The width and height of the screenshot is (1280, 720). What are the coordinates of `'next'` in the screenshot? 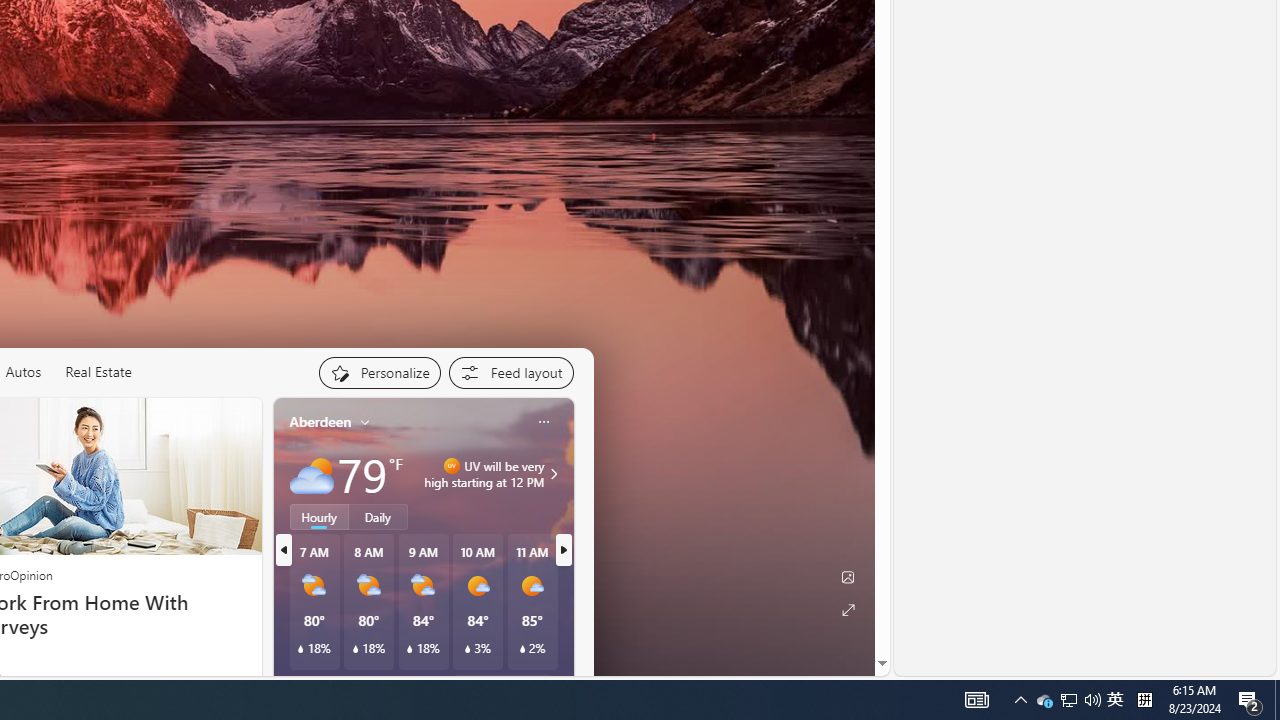 It's located at (562, 550).